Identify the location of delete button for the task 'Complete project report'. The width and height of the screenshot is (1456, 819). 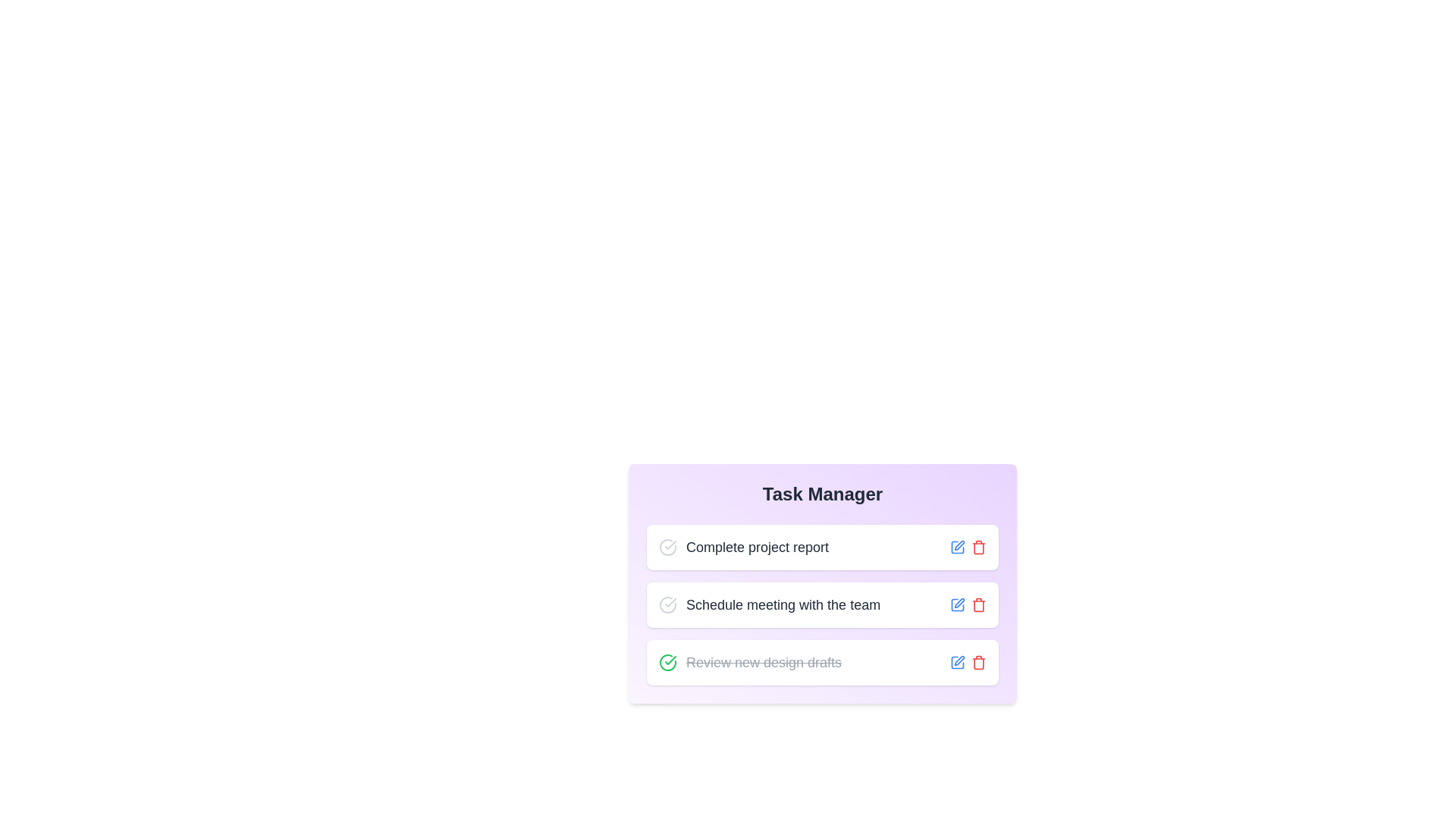
(979, 547).